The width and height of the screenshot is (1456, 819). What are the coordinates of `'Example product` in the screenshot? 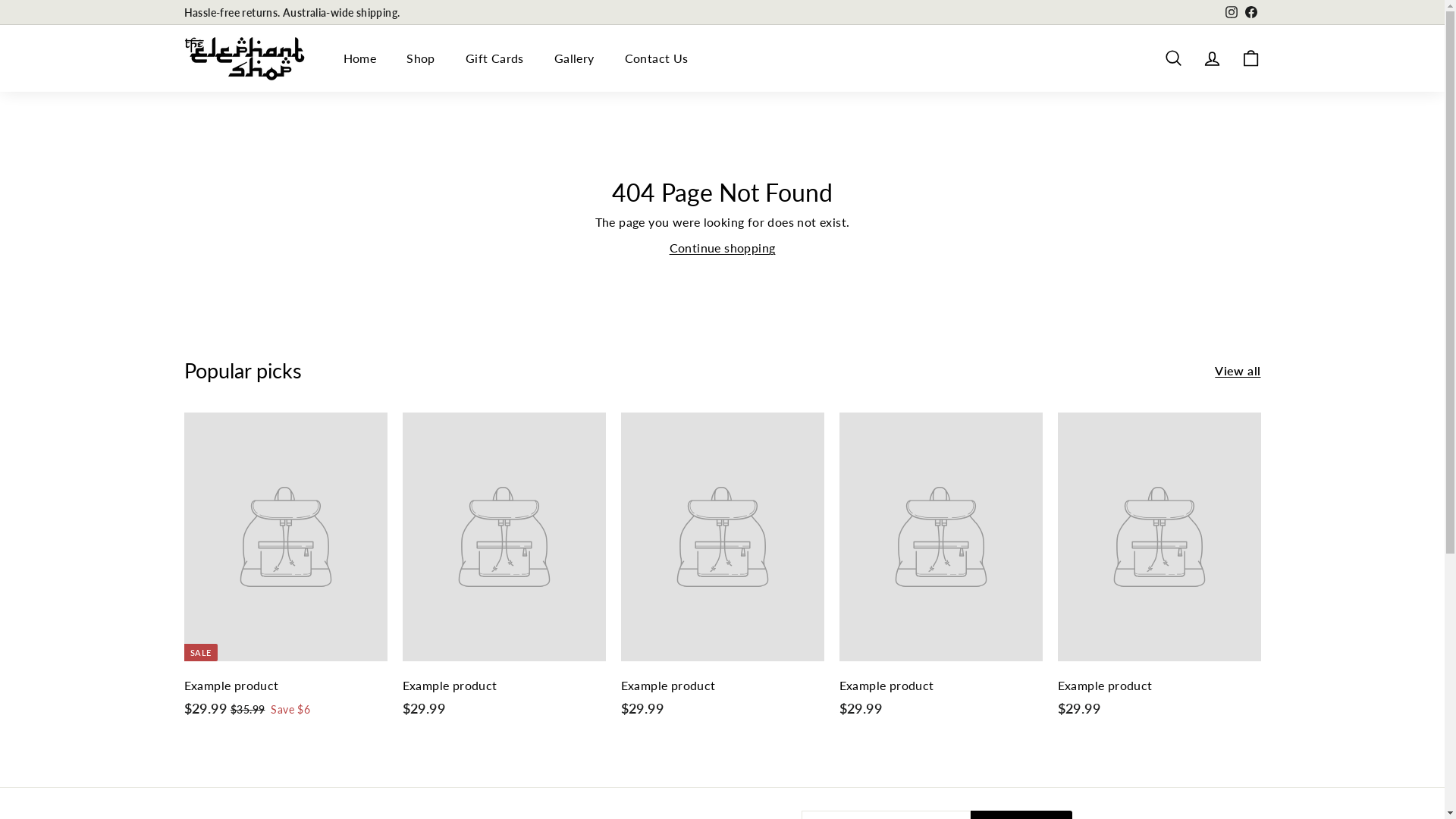 It's located at (620, 573).